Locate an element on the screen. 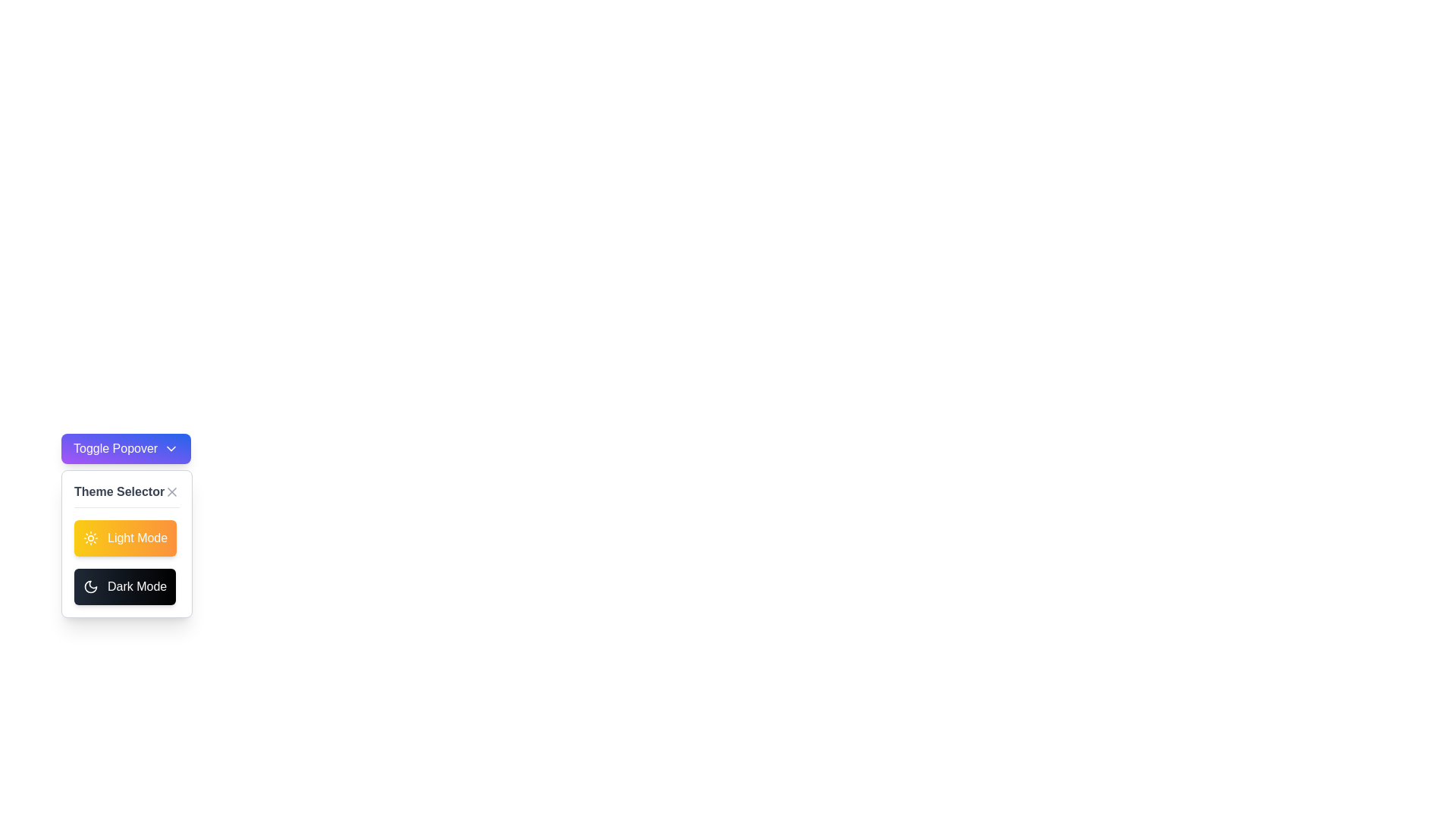 Image resolution: width=1456 pixels, height=819 pixels. the crescent moon icon within the 'Dark Mode' button located in the dropdown menu is located at coordinates (90, 586).